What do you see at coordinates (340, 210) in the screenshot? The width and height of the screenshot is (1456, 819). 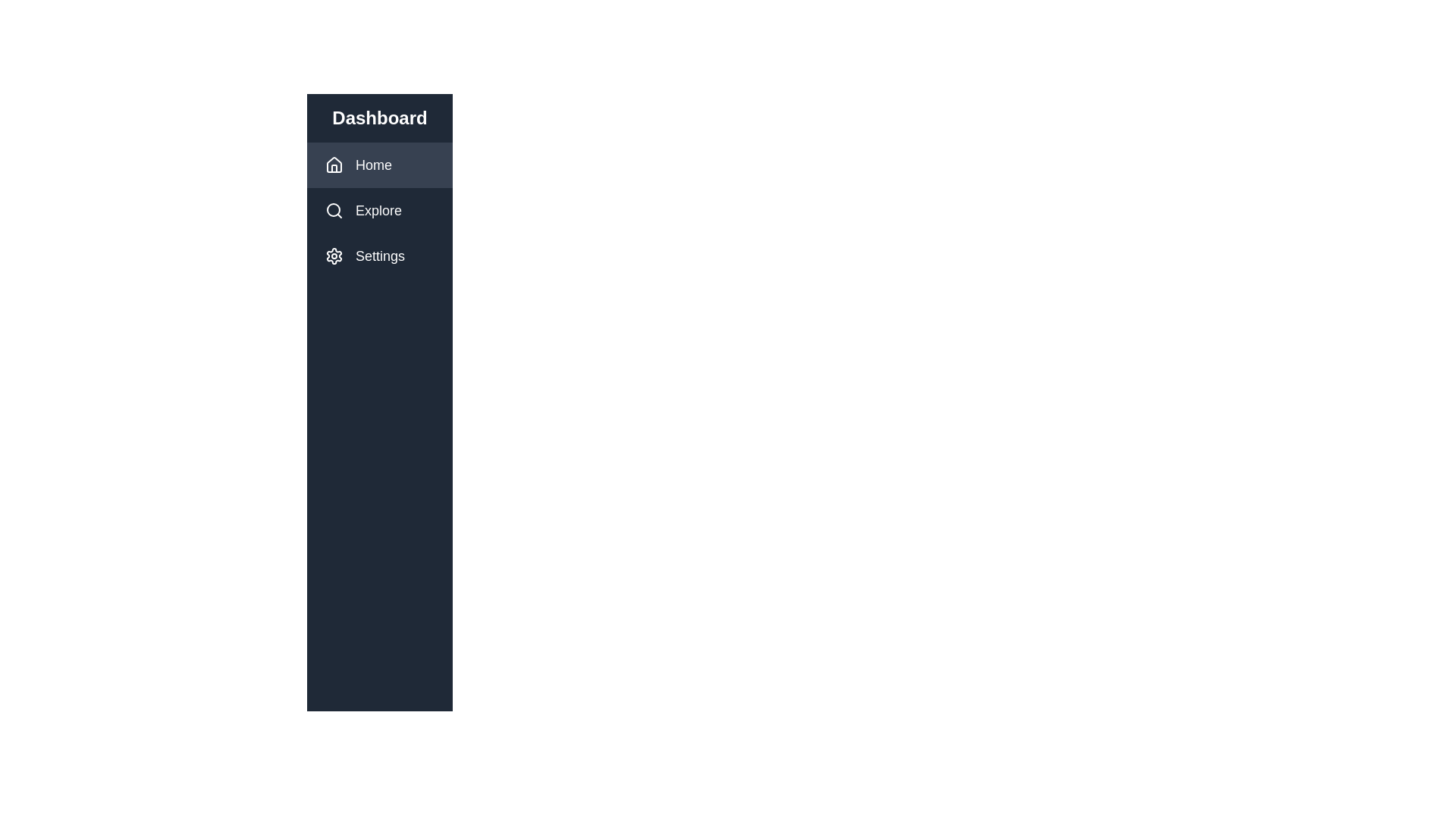 I see `the magnifying glass icon representing the search function located in the 'Explore' section of the left vertical navigation menu` at bounding box center [340, 210].